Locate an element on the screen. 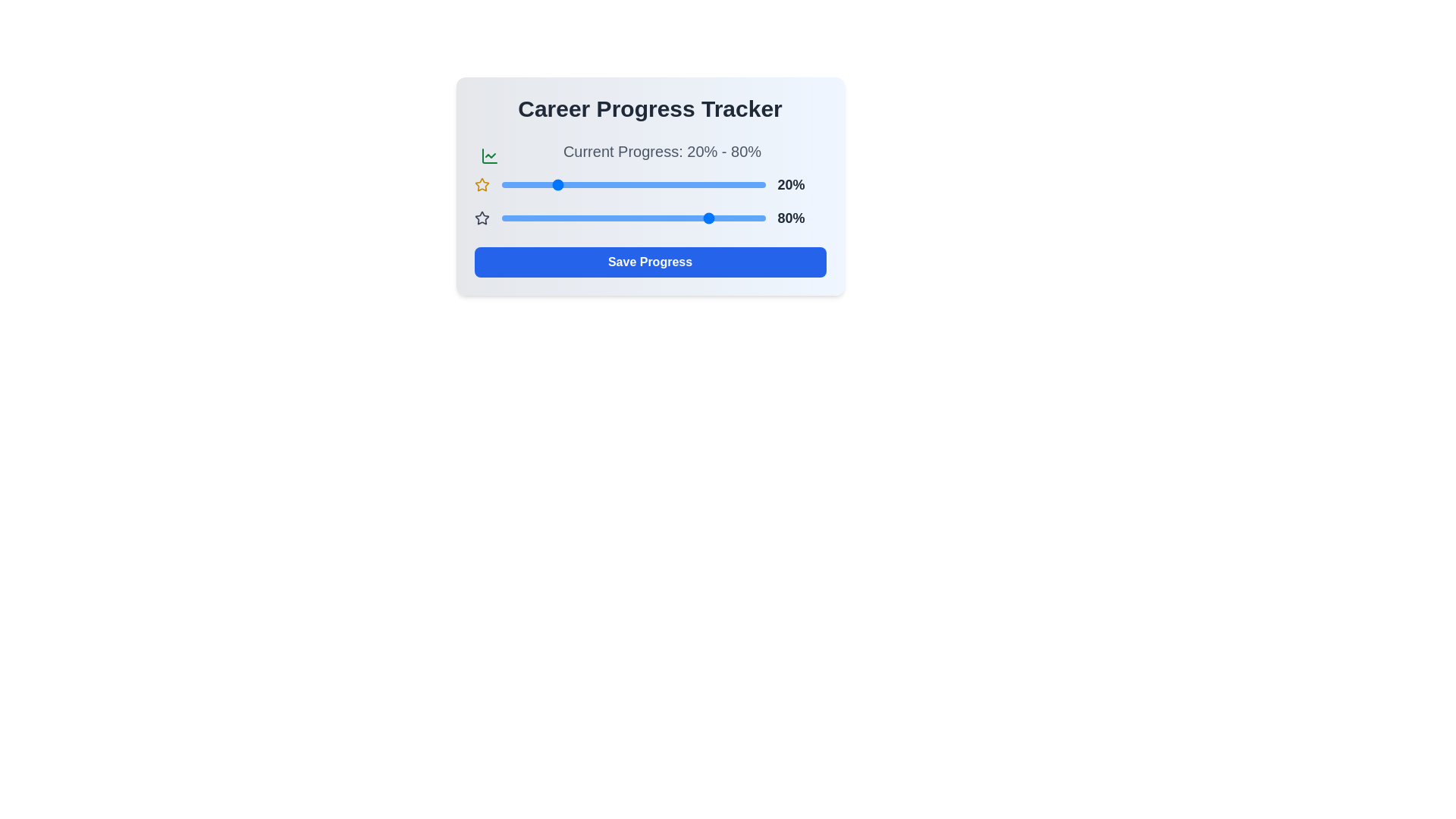  the second progress slider to 79% is located at coordinates (709, 218).